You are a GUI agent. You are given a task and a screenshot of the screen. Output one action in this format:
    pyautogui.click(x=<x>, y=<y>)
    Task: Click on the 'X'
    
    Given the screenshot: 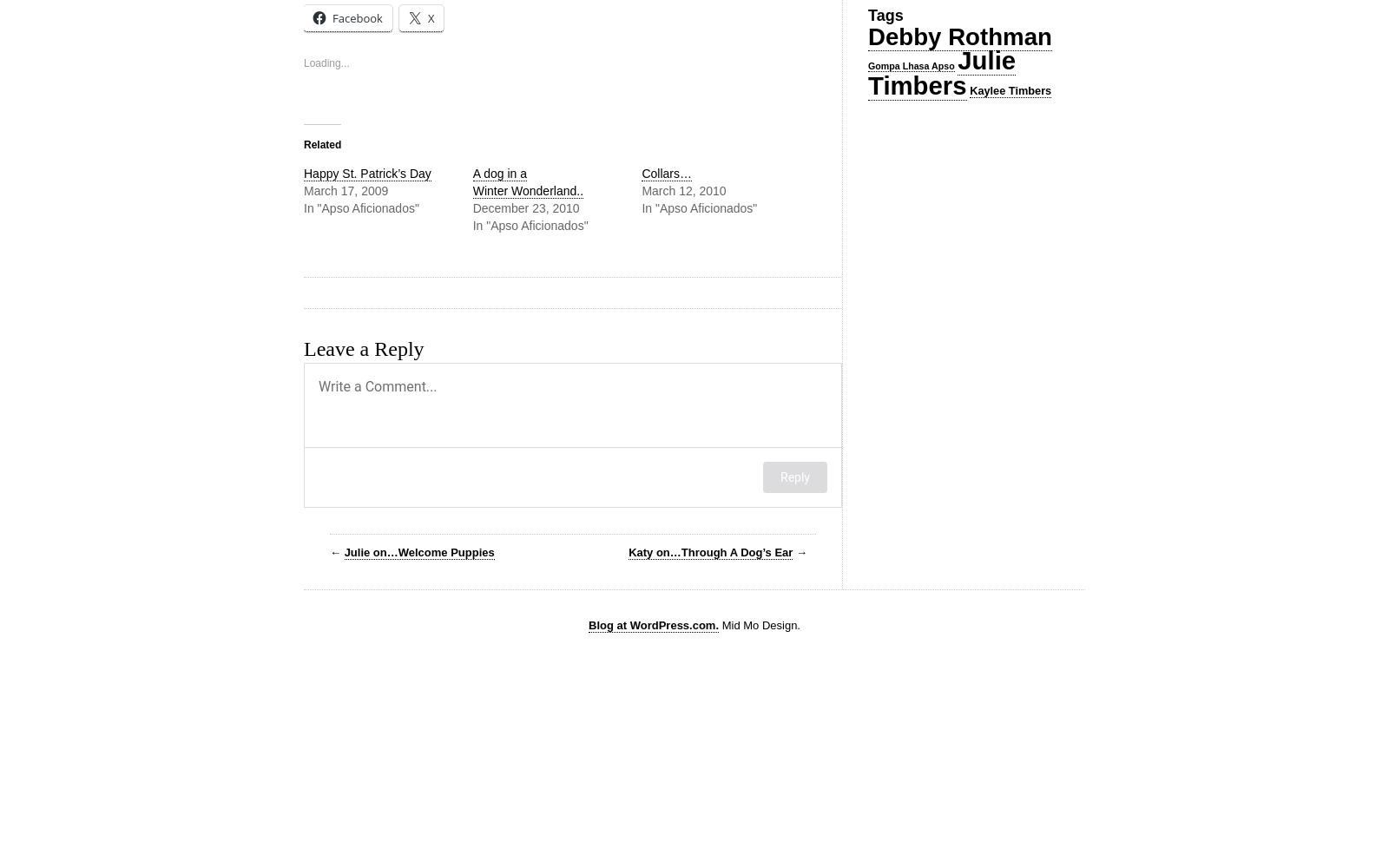 What is the action you would take?
    pyautogui.click(x=430, y=18)
    